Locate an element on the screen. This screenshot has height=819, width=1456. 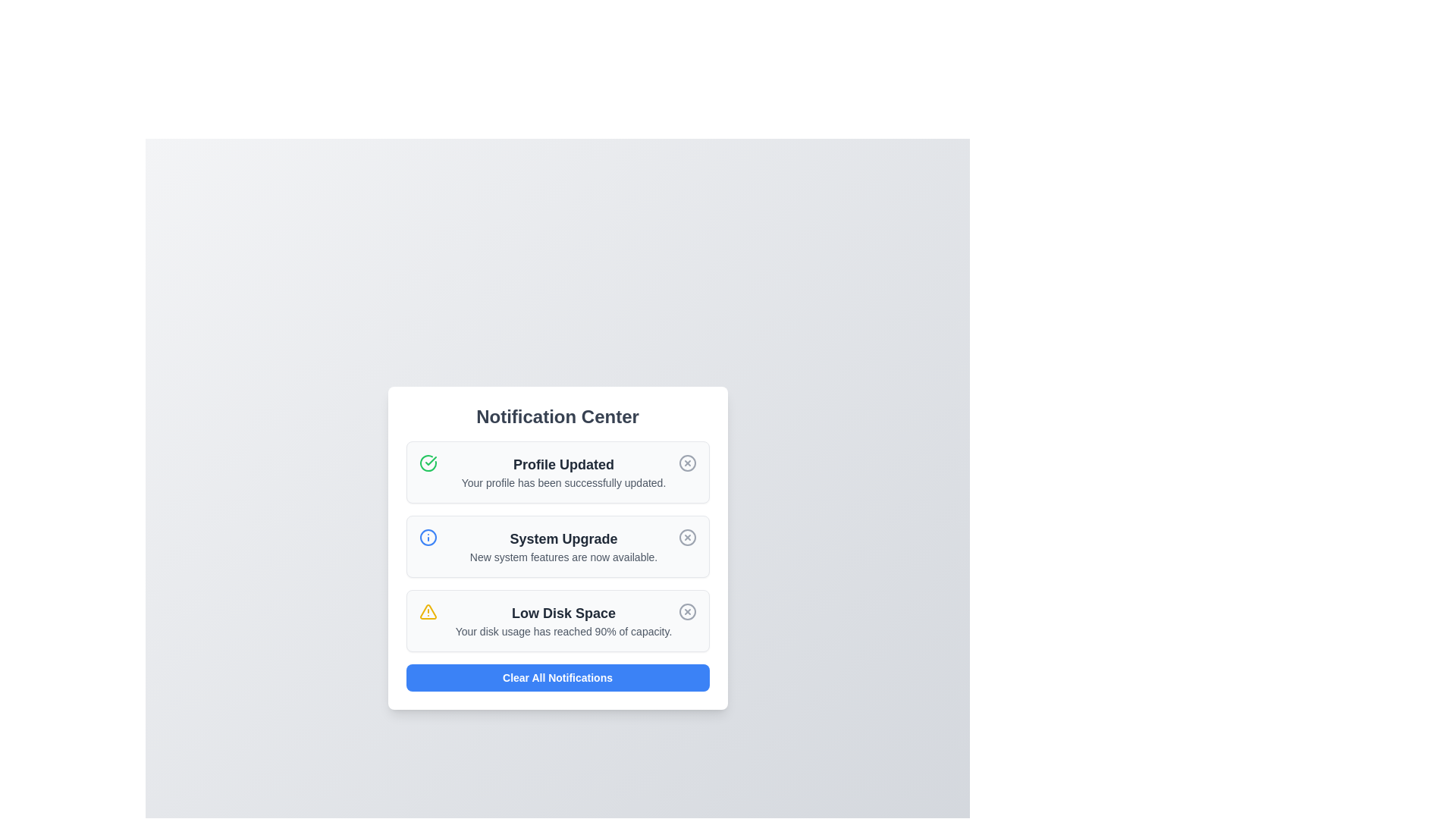
the circular close icon inside the 'Low Disk Space' notification alert is located at coordinates (686, 610).